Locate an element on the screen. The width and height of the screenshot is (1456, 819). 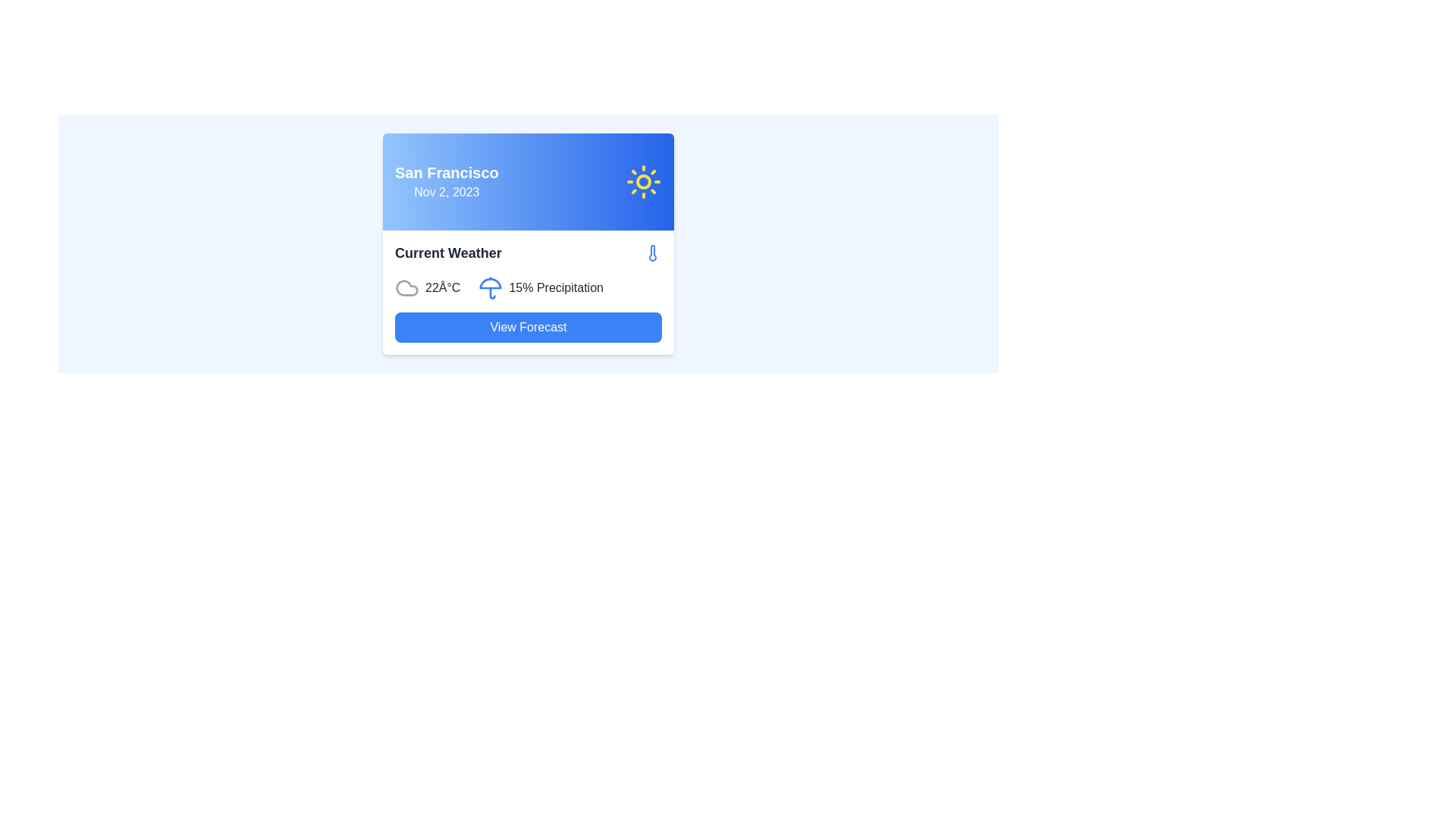
the Text label that describes the probability of precipitation, located under the 'Current Weather' title and to the right of the blue umbrella icon is located at coordinates (555, 288).